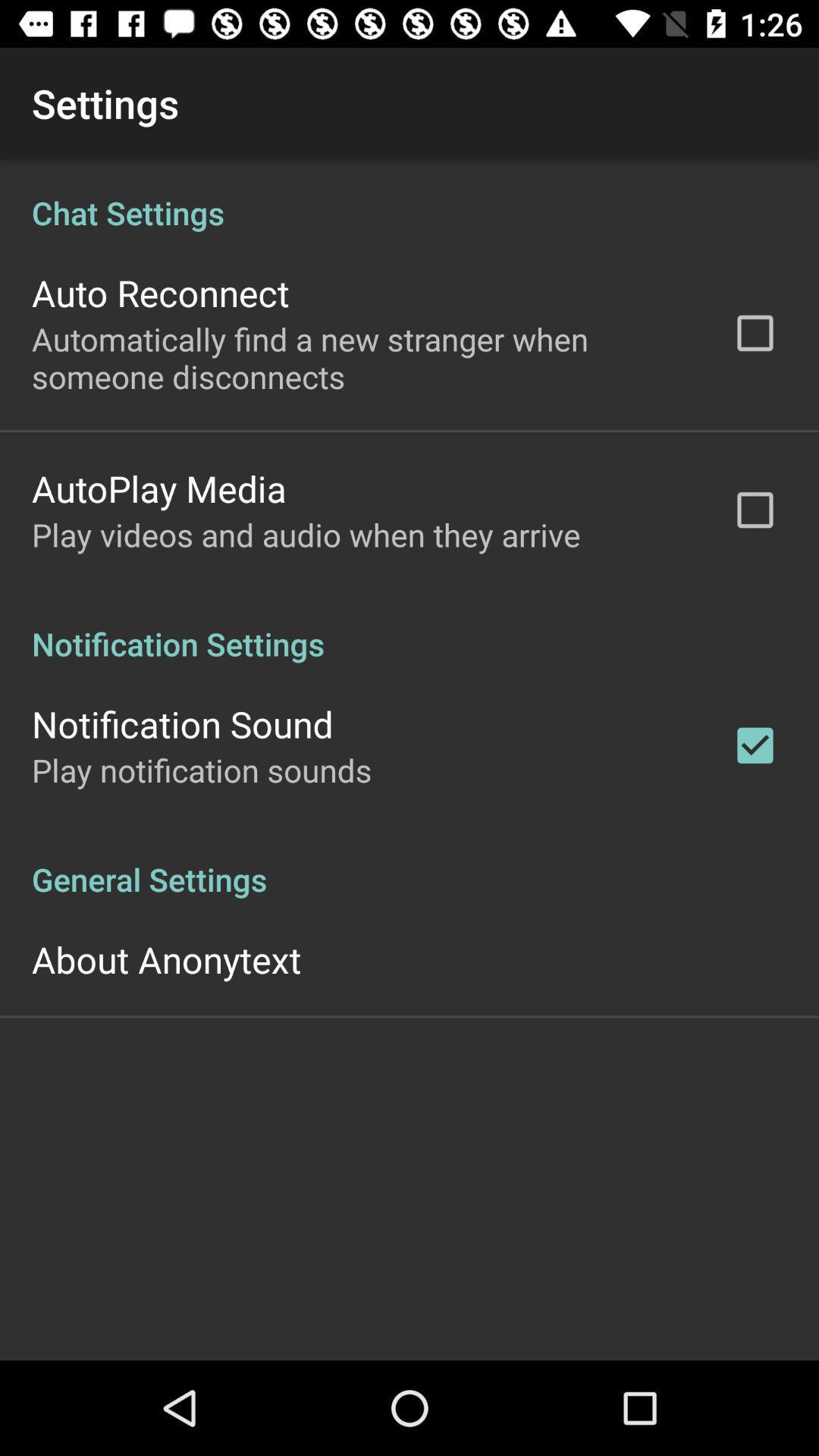 The height and width of the screenshot is (1456, 819). I want to click on the app above the automatically find a app, so click(160, 293).